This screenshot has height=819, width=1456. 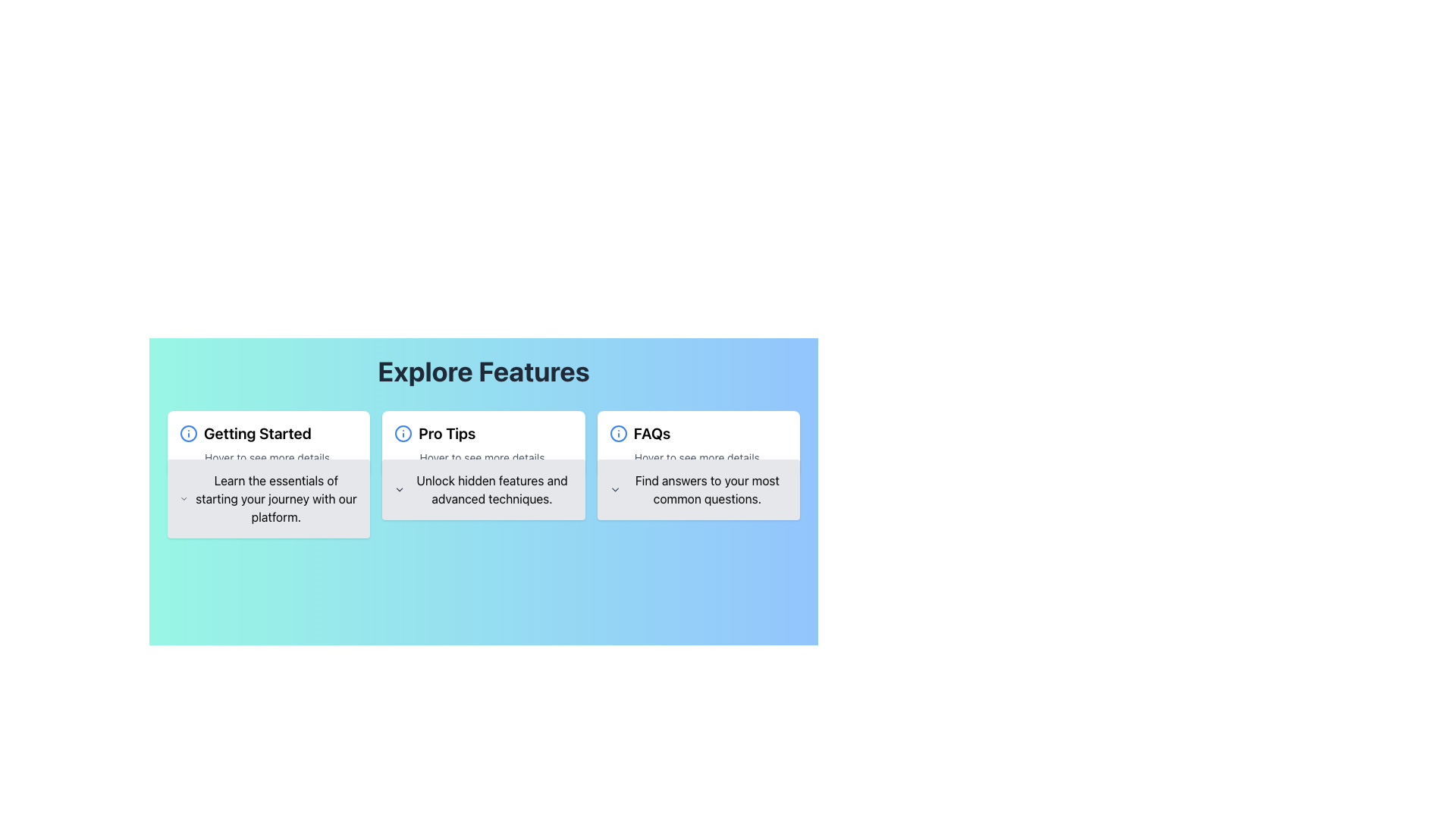 I want to click on text content of the 'Pro Tips' text label, which is bold and large, located in the rightmost card under the 'Explore Features' section, next to an information icon, so click(x=446, y=433).